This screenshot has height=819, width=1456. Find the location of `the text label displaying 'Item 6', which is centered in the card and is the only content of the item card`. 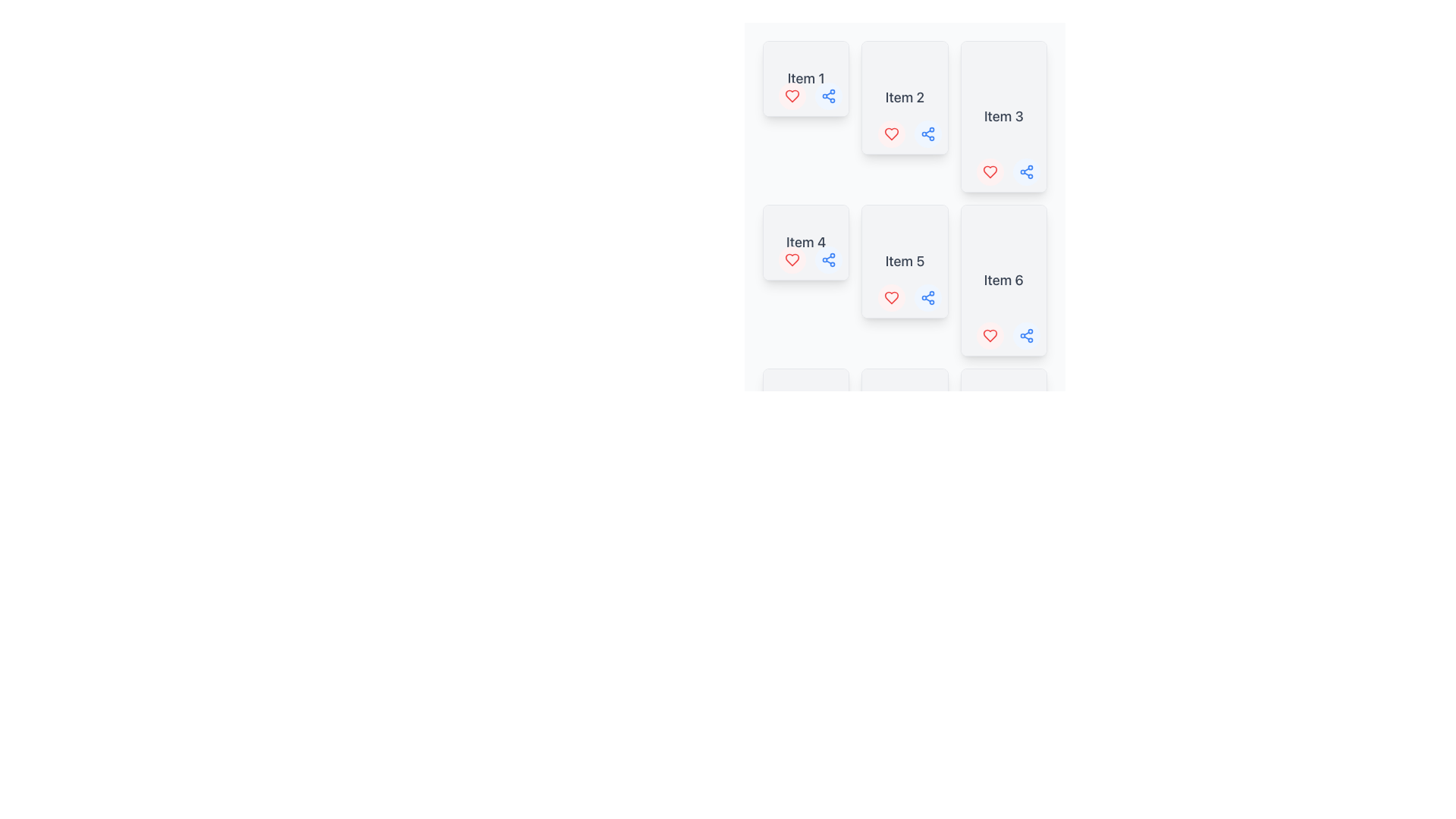

the text label displaying 'Item 6', which is centered in the card and is the only content of the item card is located at coordinates (1003, 281).